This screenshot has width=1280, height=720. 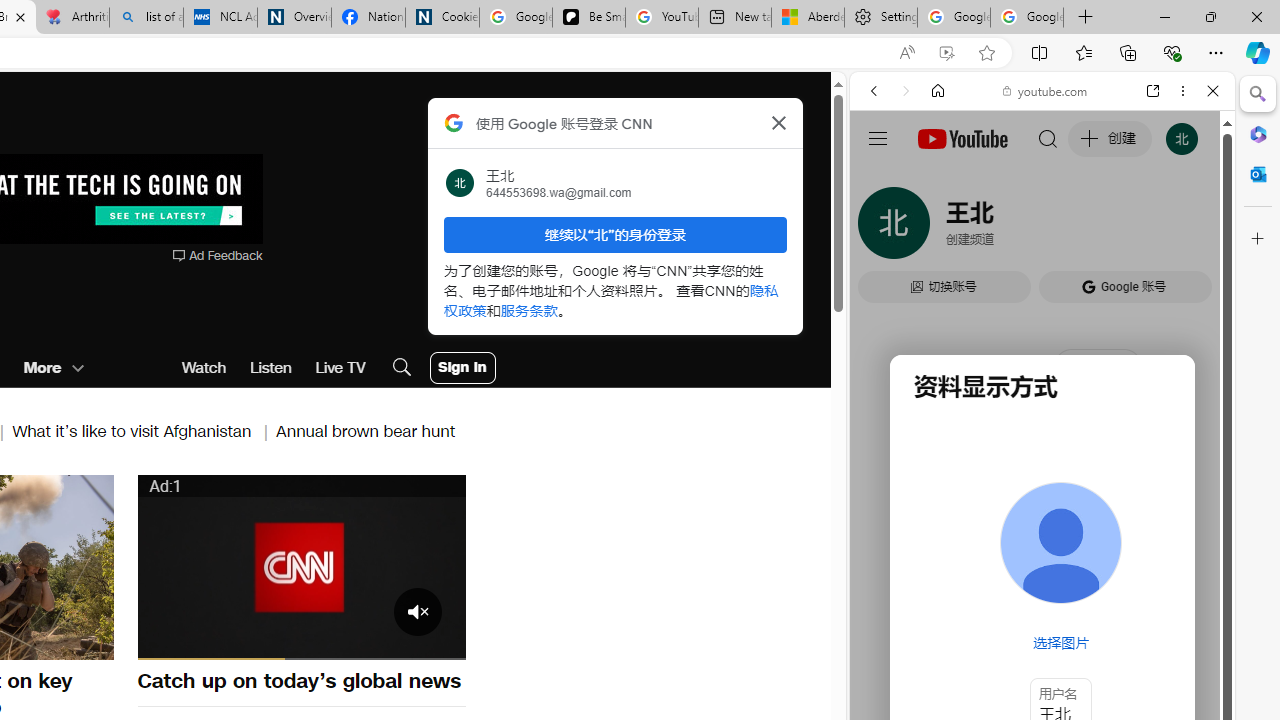 What do you see at coordinates (366, 430) in the screenshot?
I see `'Annual brown bear hunt'` at bounding box center [366, 430].